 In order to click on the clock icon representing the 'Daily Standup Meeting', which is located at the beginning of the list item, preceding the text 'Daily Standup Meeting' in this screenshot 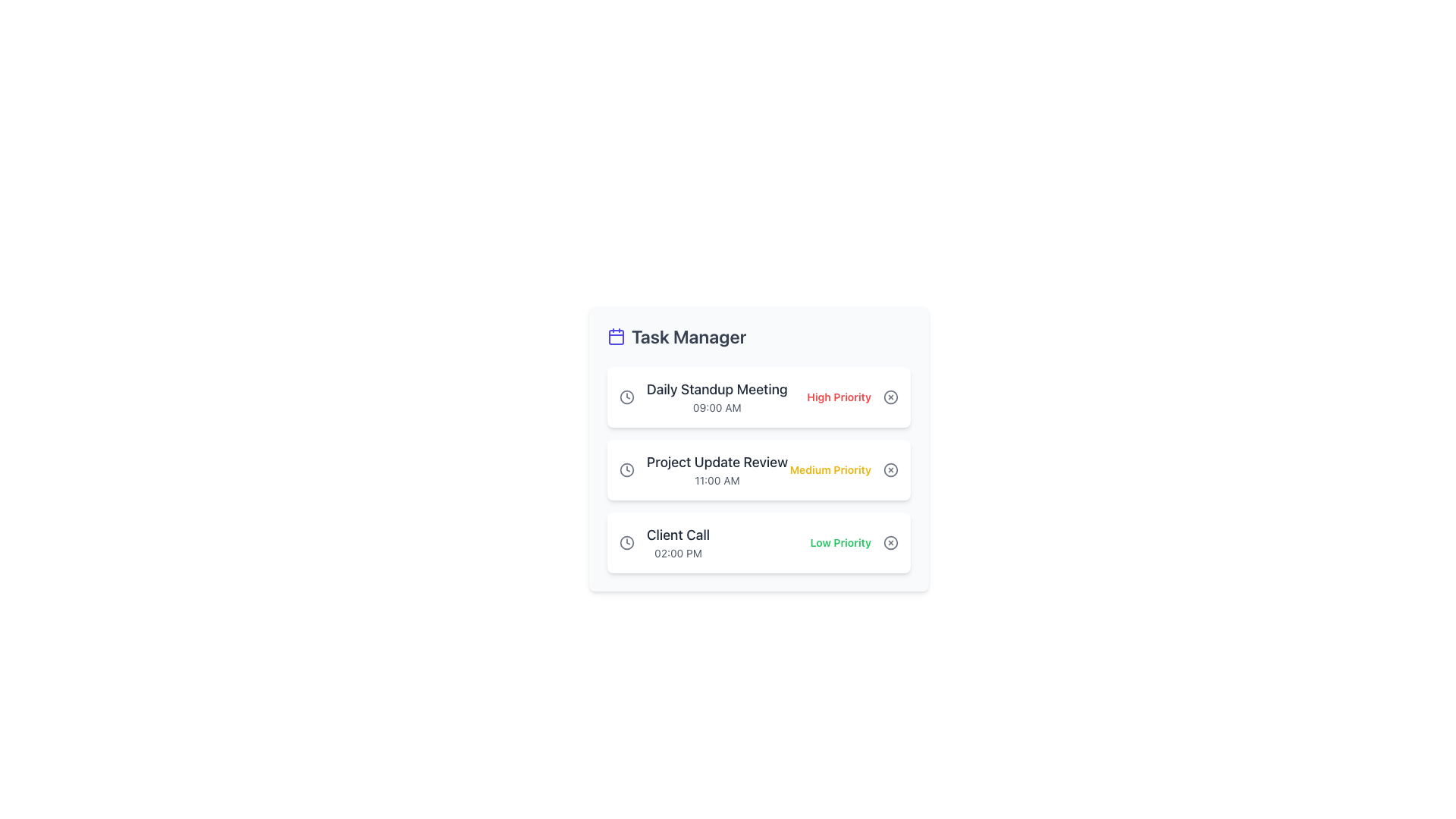, I will do `click(626, 397)`.